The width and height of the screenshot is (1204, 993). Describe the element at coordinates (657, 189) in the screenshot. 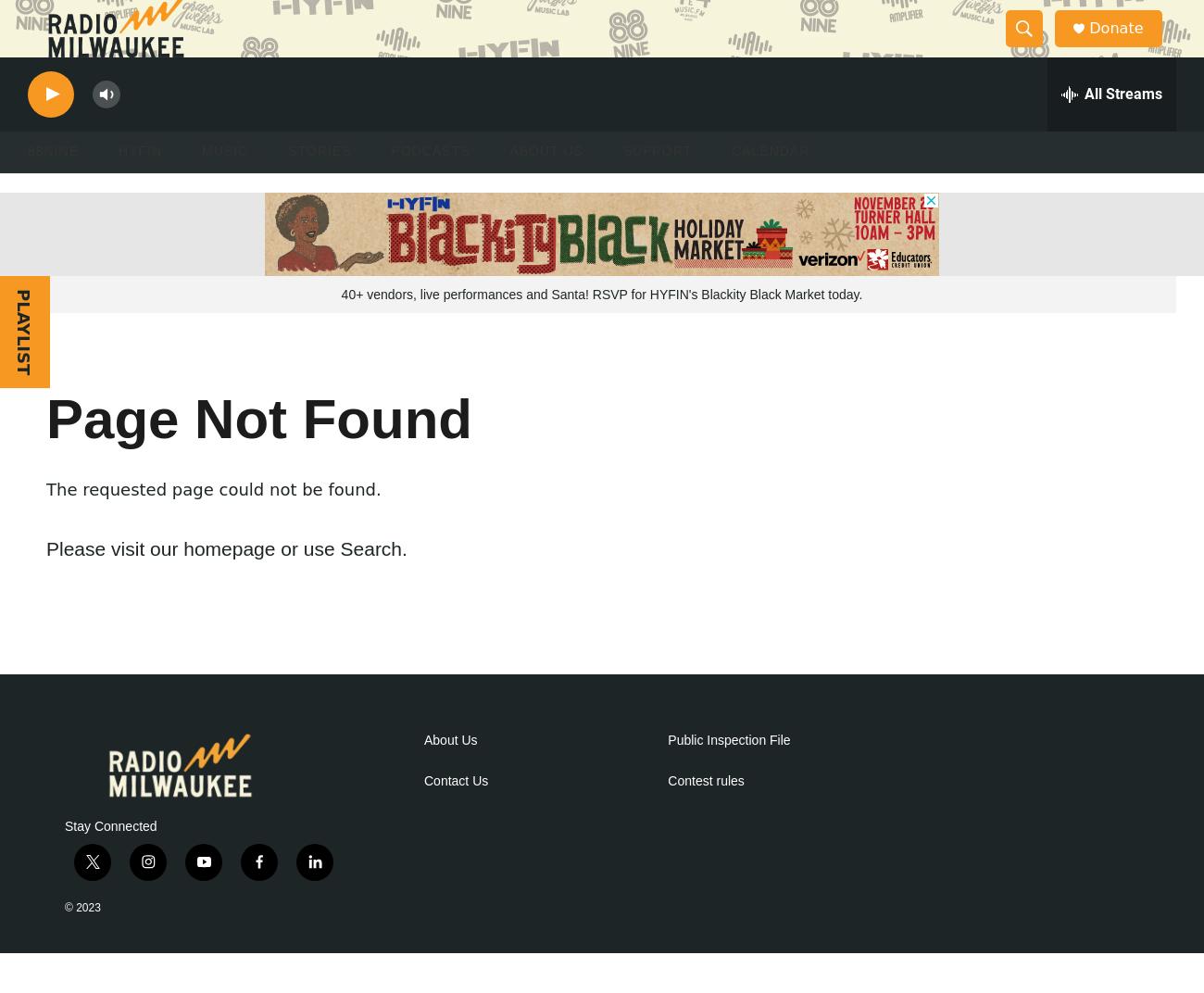

I see `'Support'` at that location.